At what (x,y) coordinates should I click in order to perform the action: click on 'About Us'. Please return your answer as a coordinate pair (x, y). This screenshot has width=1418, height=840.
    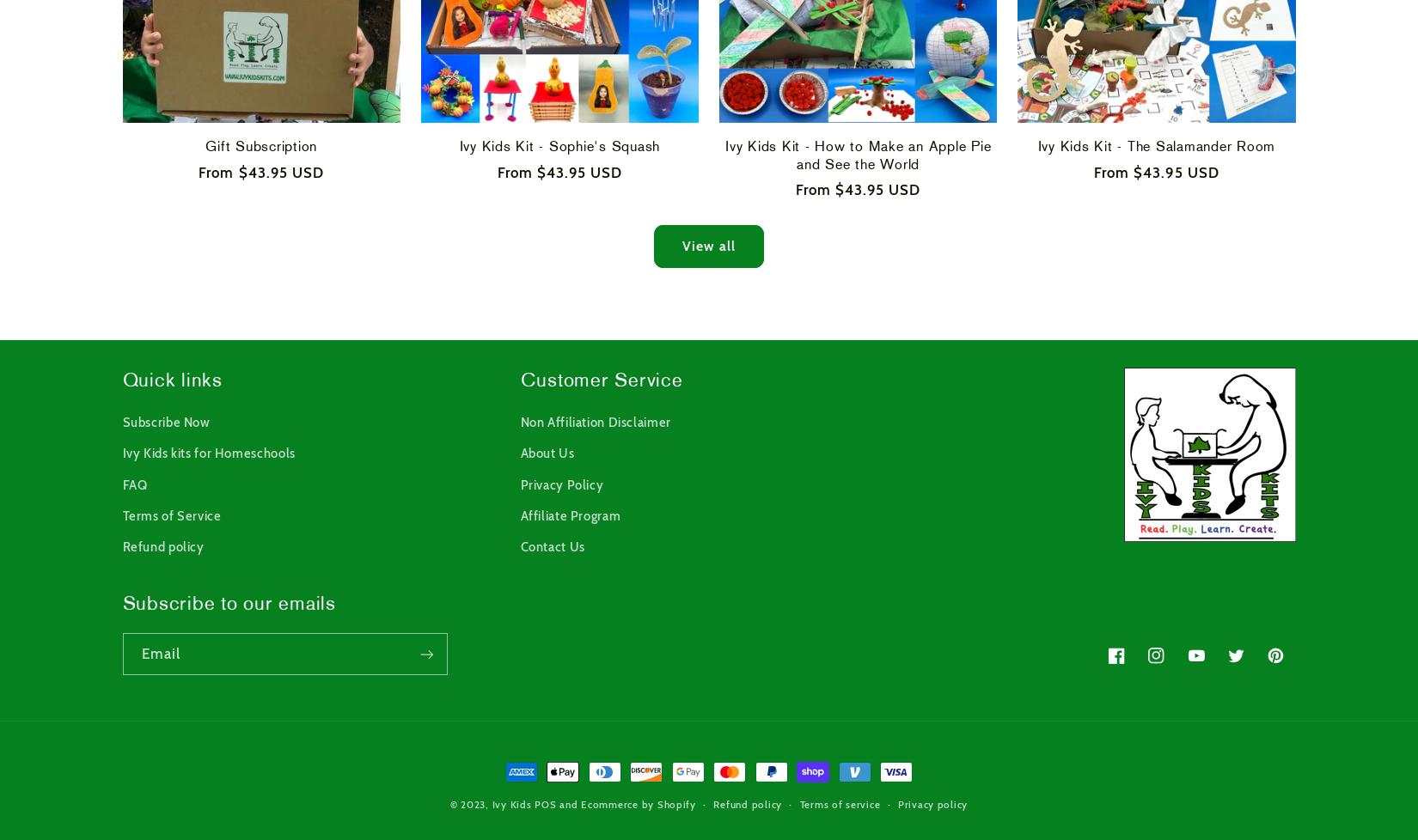
    Looking at the image, I should click on (546, 453).